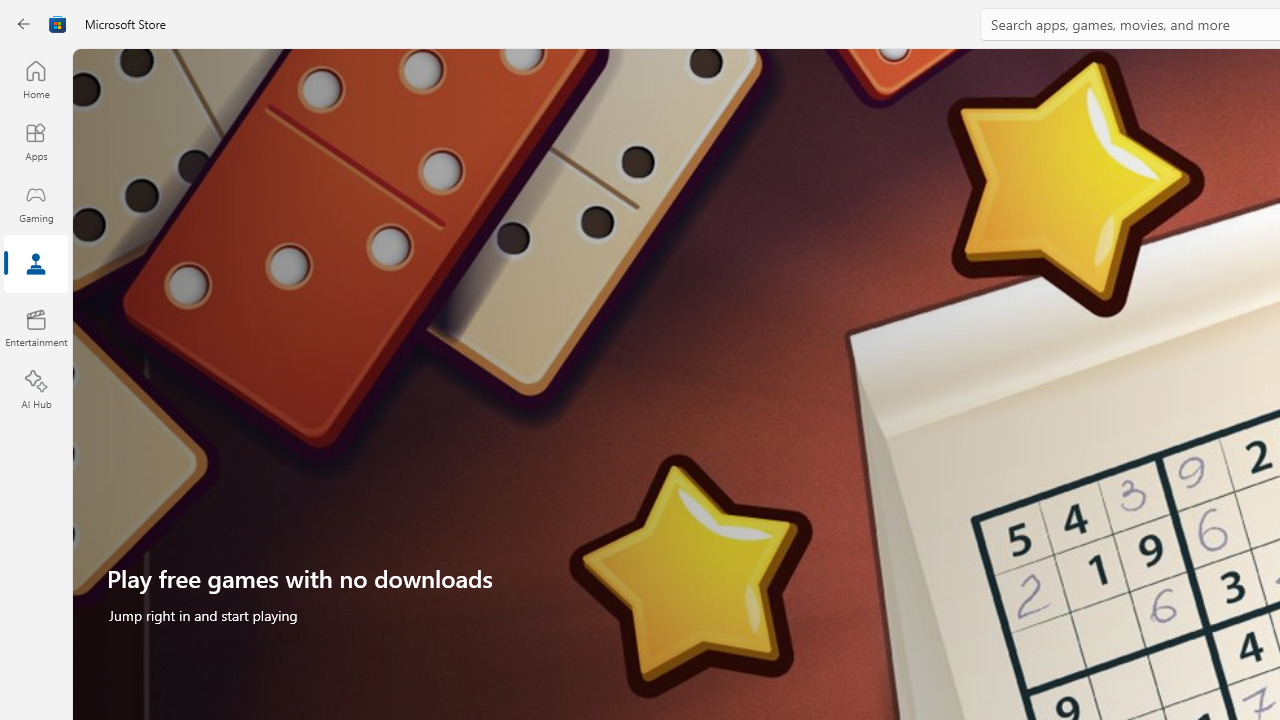 The height and width of the screenshot is (720, 1280). Describe the element at coordinates (24, 24) in the screenshot. I see `'Back'` at that location.